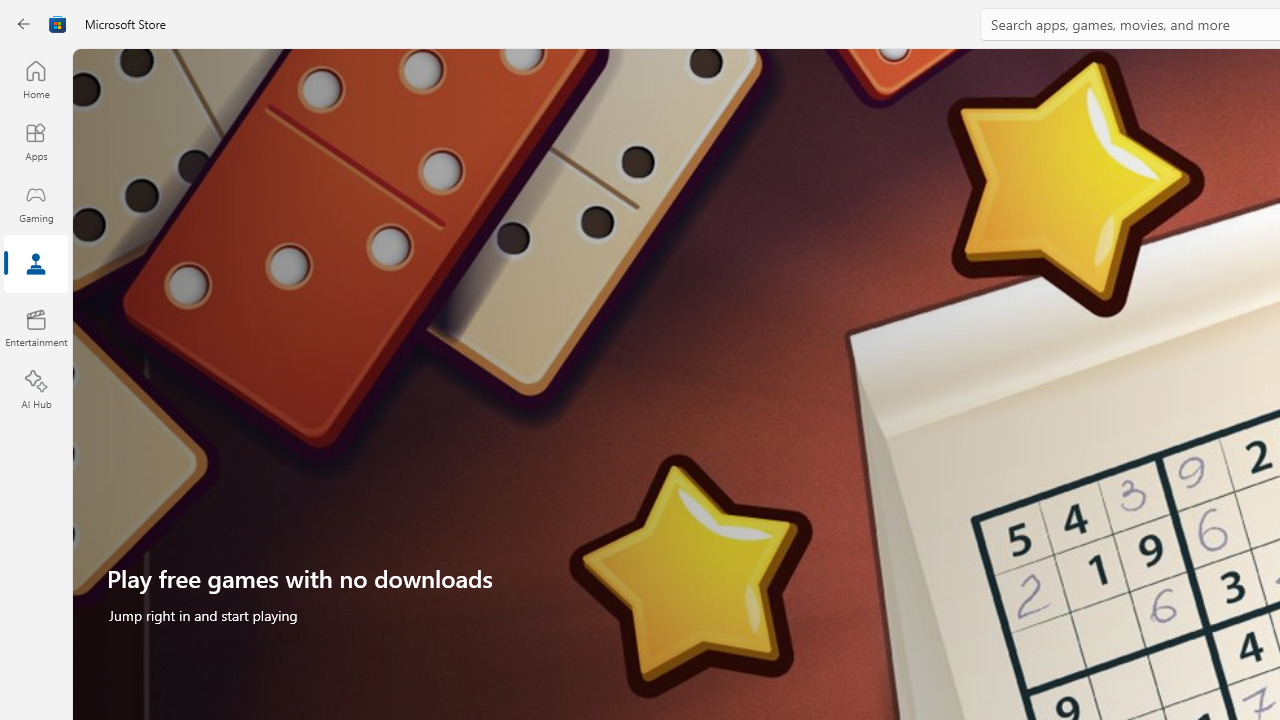 The height and width of the screenshot is (720, 1280). Describe the element at coordinates (24, 24) in the screenshot. I see `'Back'` at that location.